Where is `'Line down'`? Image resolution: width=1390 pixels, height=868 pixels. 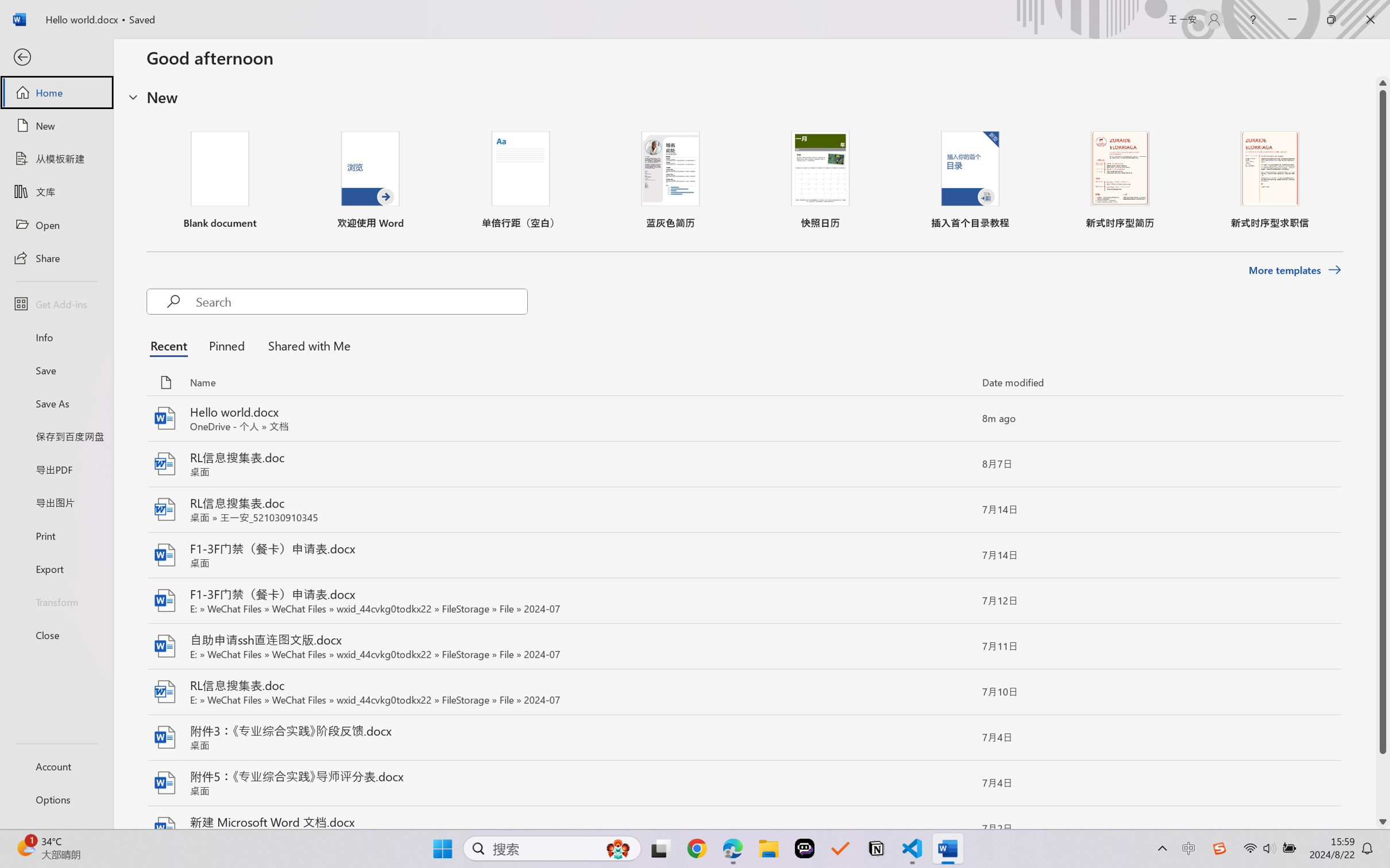
'Line down' is located at coordinates (1383, 822).